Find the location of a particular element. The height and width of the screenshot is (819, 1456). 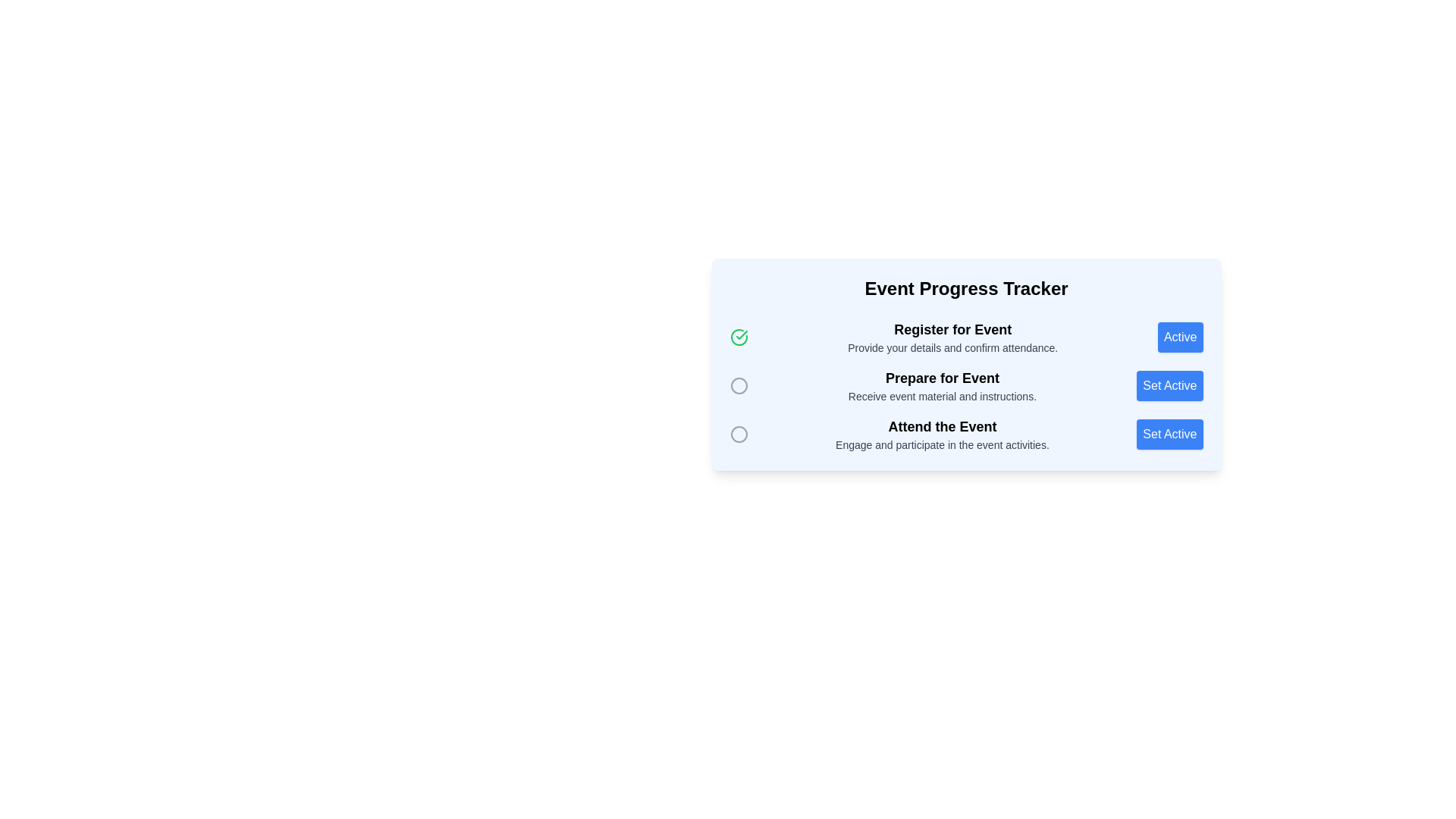

text label that informs users about the current step of registering for an event, located in the first row of the 'Event Progress Tracker' card, between a green circular check mark icon and a blue button labeled 'Active' is located at coordinates (952, 336).